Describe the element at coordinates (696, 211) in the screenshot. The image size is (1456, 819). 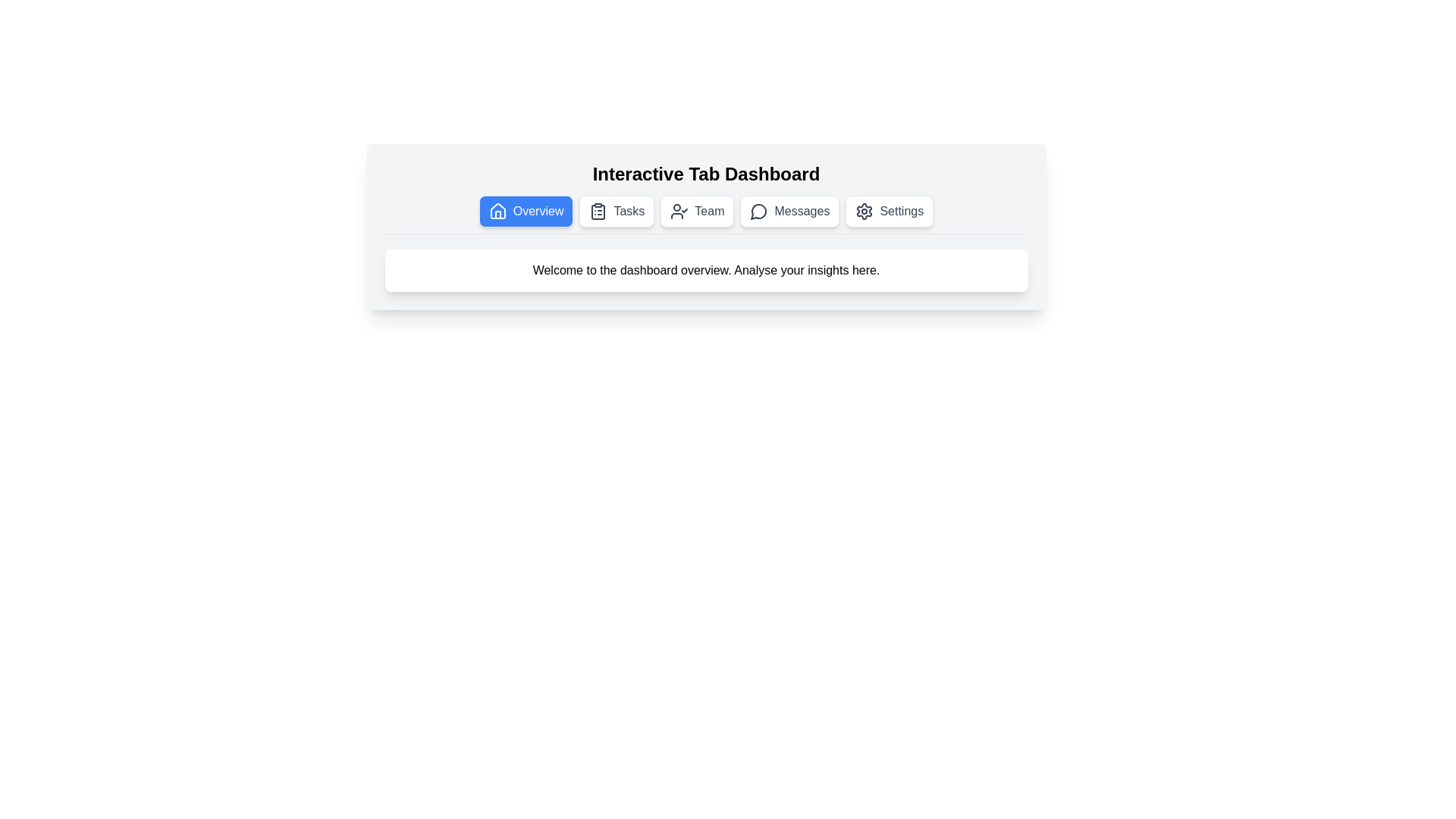
I see `the 'Team' button, which is the third button` at that location.